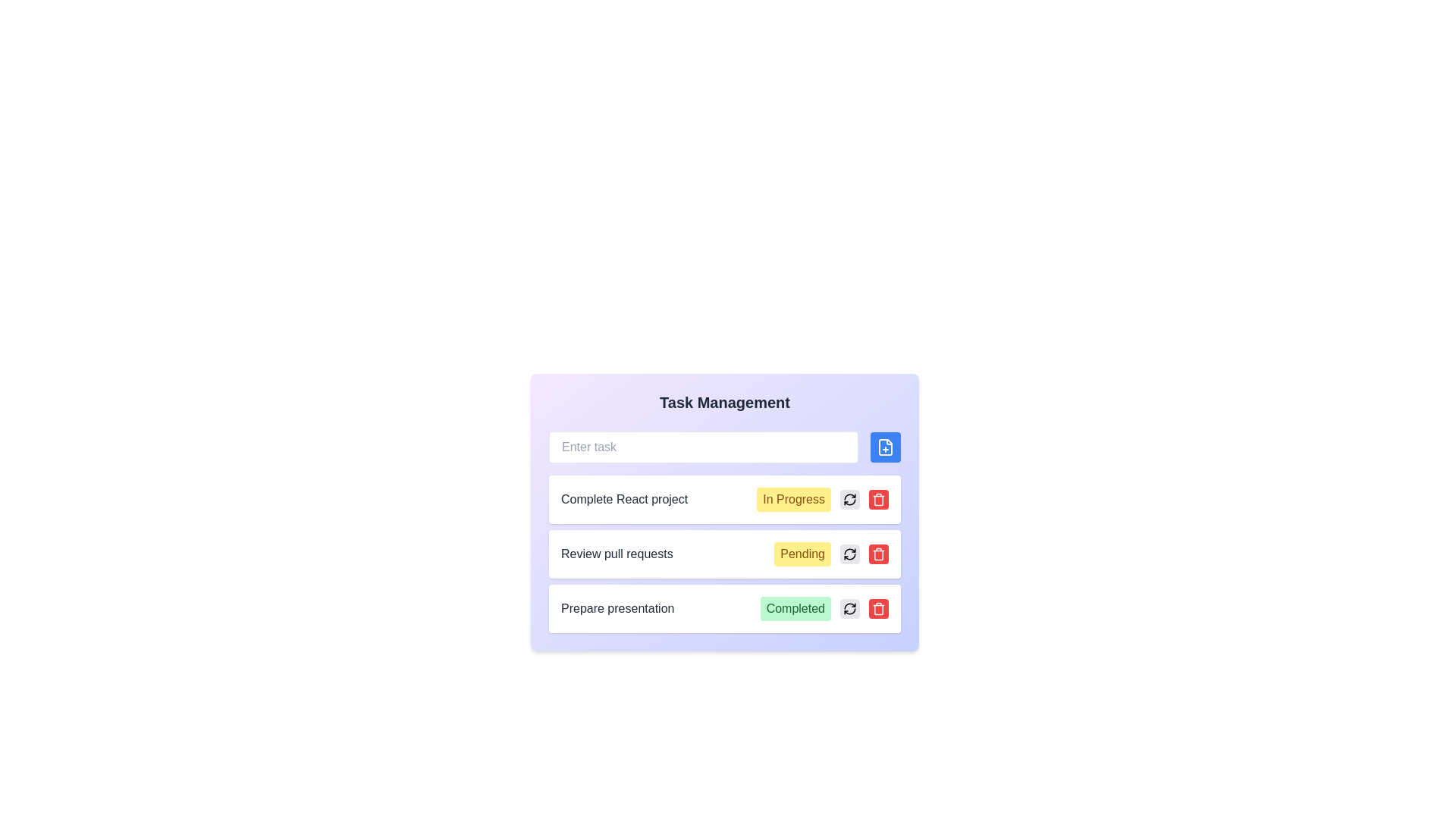 The height and width of the screenshot is (819, 1456). Describe the element at coordinates (617, 607) in the screenshot. I see `the text label that says 'Prepare presentation', which is located in the bottom-most task row of the task management list interface, to the left of the 'Completed' indicator badge` at that location.